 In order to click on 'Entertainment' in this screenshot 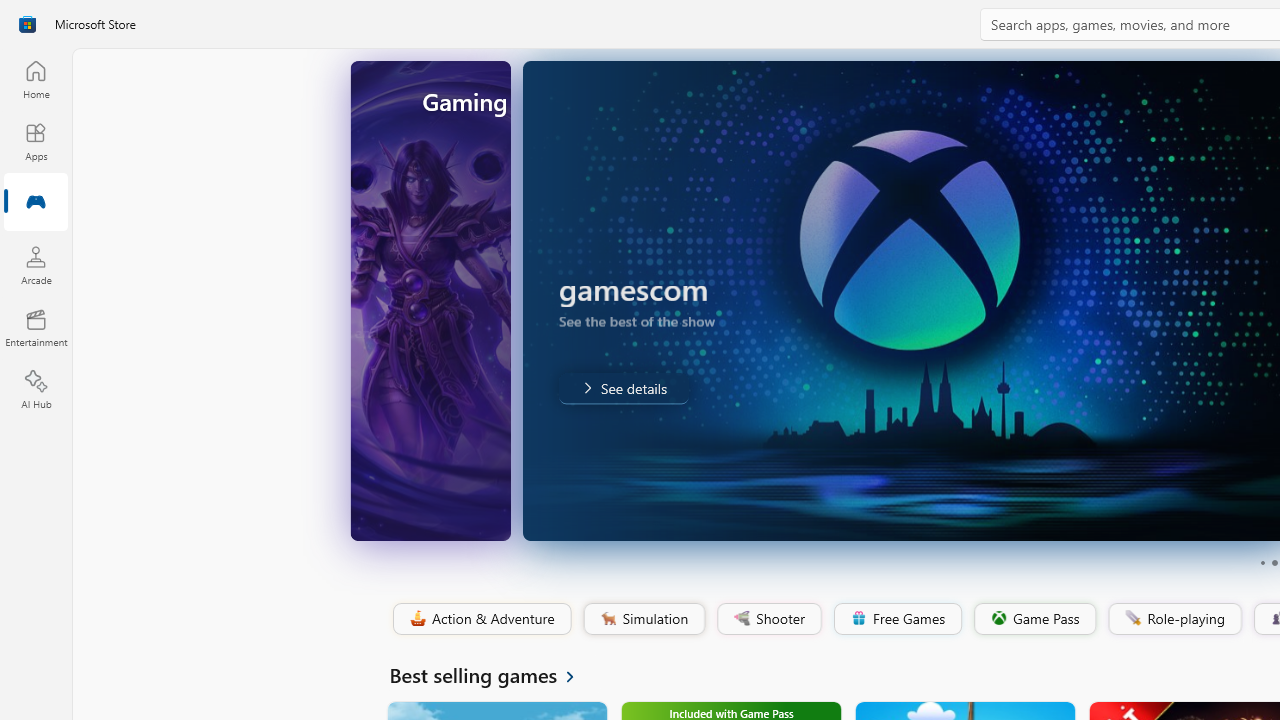, I will do `click(35, 326)`.